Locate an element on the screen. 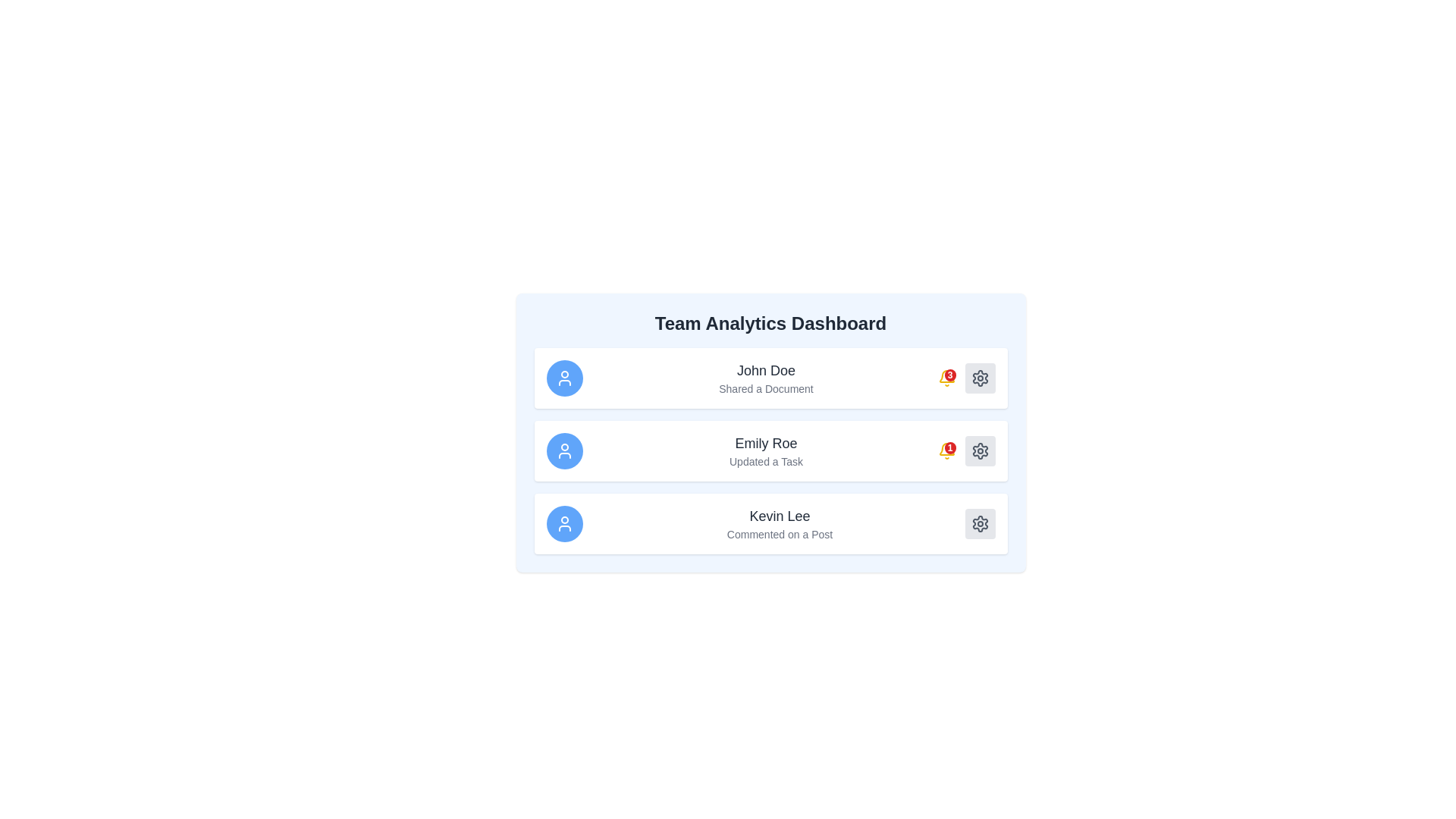  the text label that identifies 'John Doe' is located at coordinates (766, 371).